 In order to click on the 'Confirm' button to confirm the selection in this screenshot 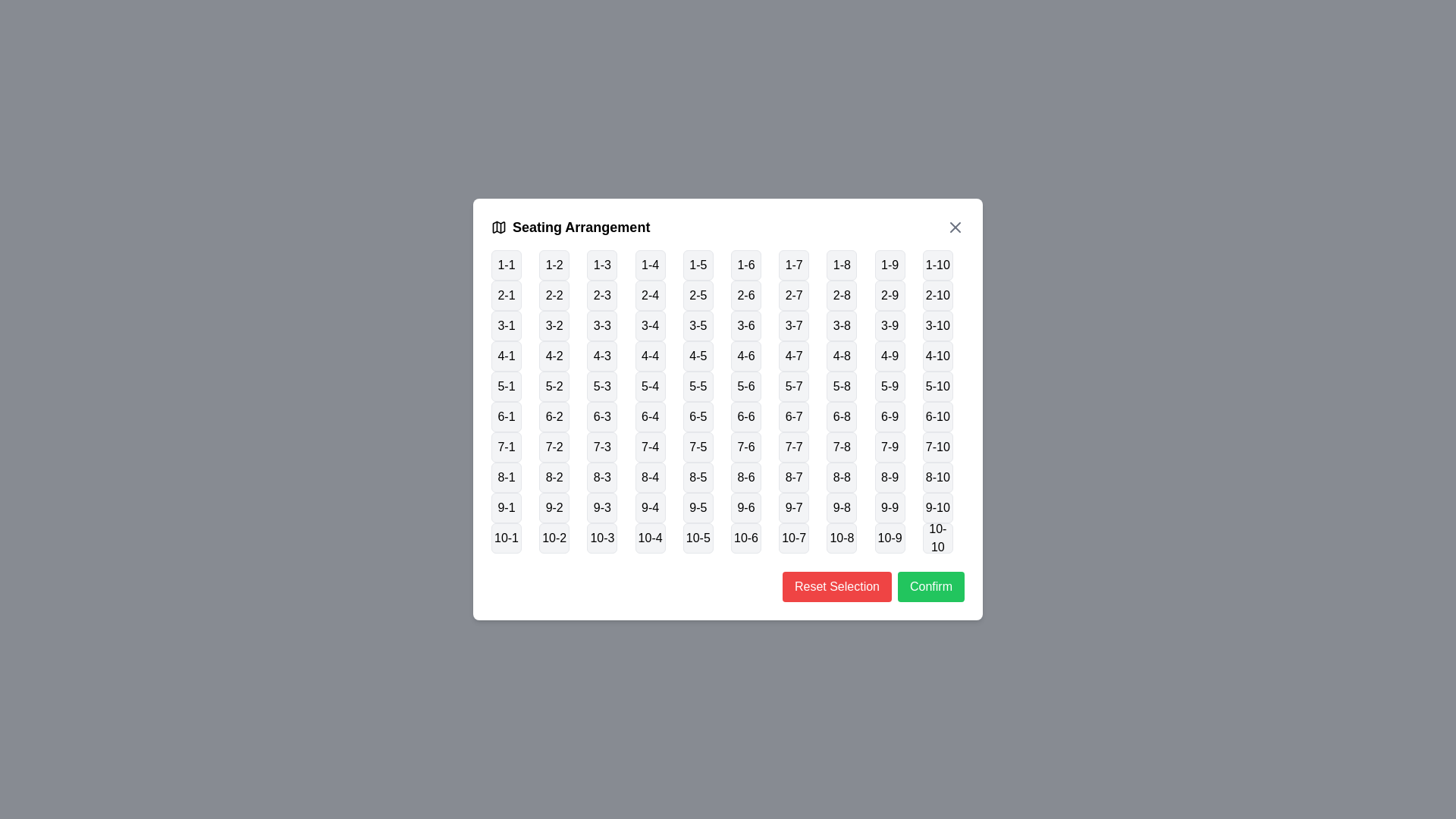, I will do `click(930, 586)`.